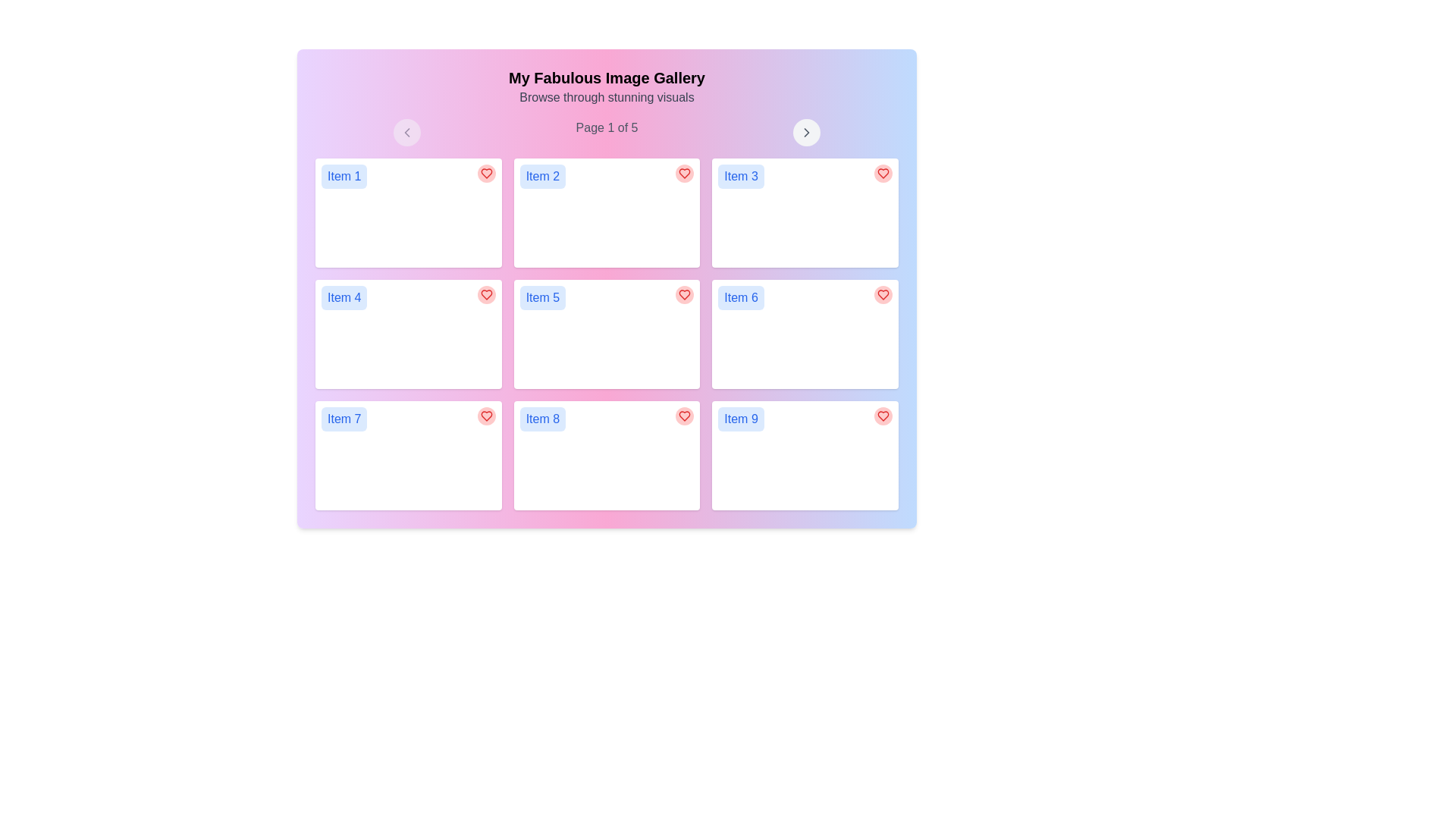 The width and height of the screenshot is (1456, 819). I want to click on the rectangular label displaying 'Item 6' in blue on a light blue background, located in the second row, third column of a 3x3 grid layout, so click(741, 298).